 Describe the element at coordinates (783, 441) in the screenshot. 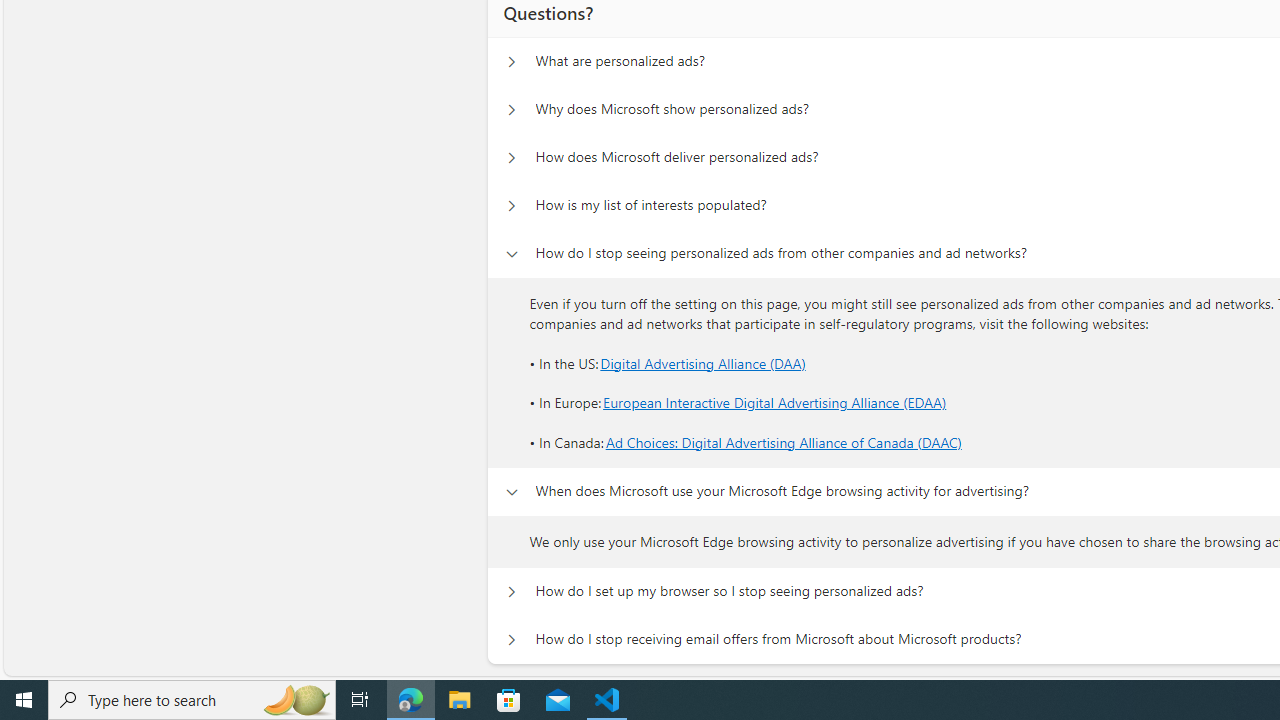

I see `'Ad Choices: Digital Advertising Alliance of Canada (DAAC)'` at that location.